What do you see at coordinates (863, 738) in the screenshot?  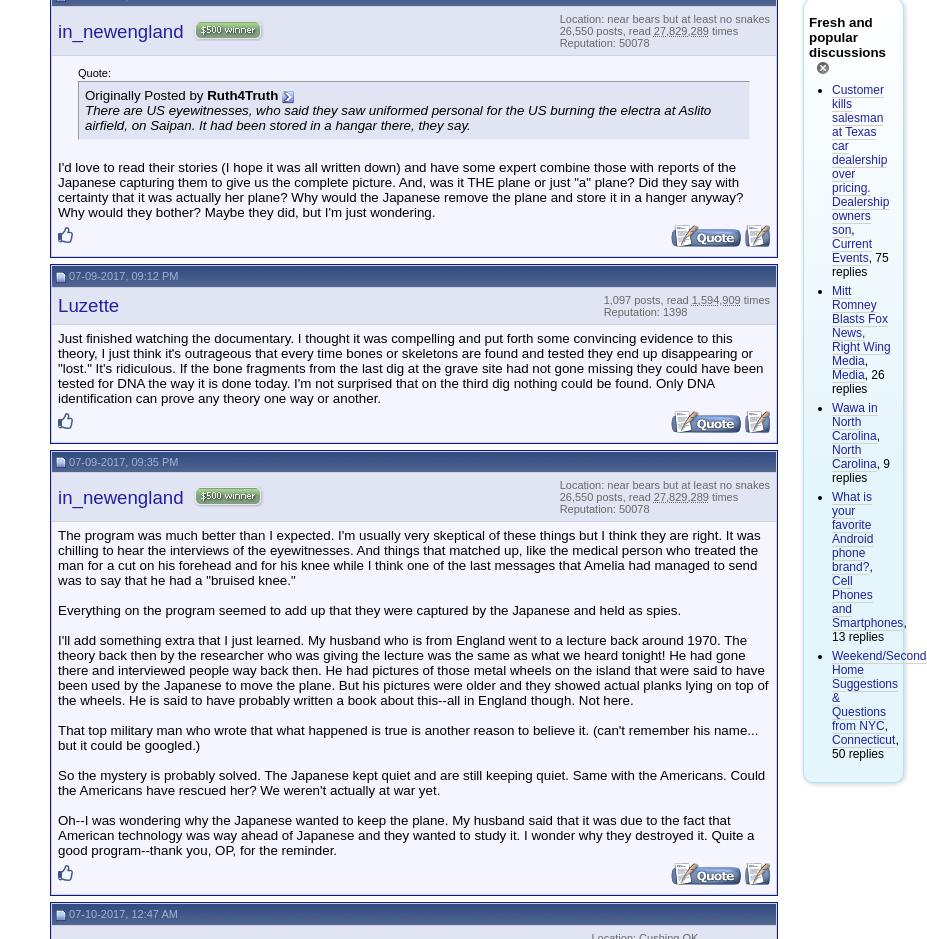 I see `'Connecticut'` at bounding box center [863, 738].